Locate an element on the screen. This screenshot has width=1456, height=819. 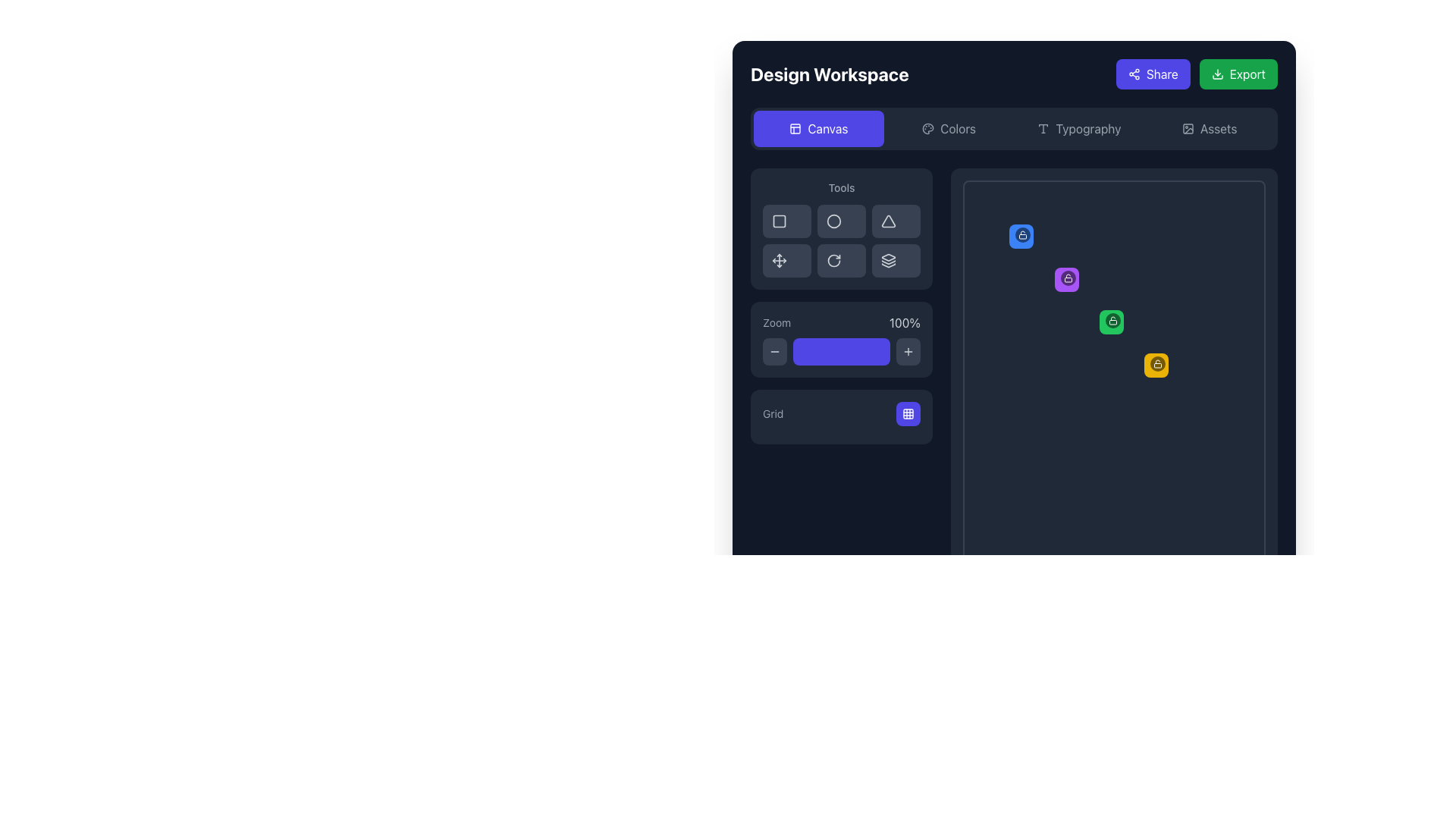
label text 'Assets' which is styled in light gray color against a dark gray background, located in the header section of the interface, adjacent to navigation buttons like 'Share' and 'Export' is located at coordinates (1219, 127).